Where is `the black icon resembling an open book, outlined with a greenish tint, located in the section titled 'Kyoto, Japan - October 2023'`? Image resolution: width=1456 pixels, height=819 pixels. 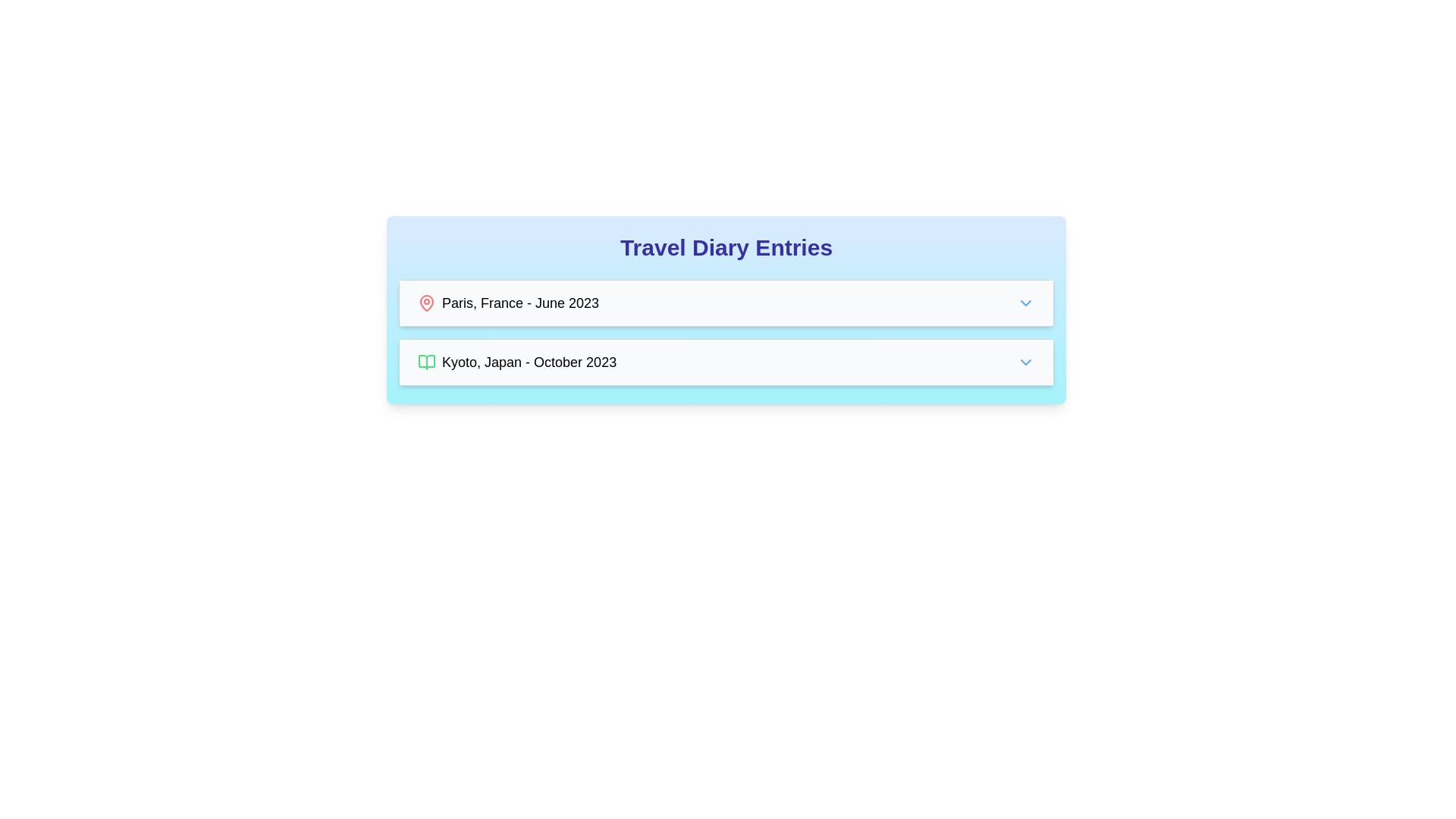
the black icon resembling an open book, outlined with a greenish tint, located in the section titled 'Kyoto, Japan - October 2023' is located at coordinates (425, 362).